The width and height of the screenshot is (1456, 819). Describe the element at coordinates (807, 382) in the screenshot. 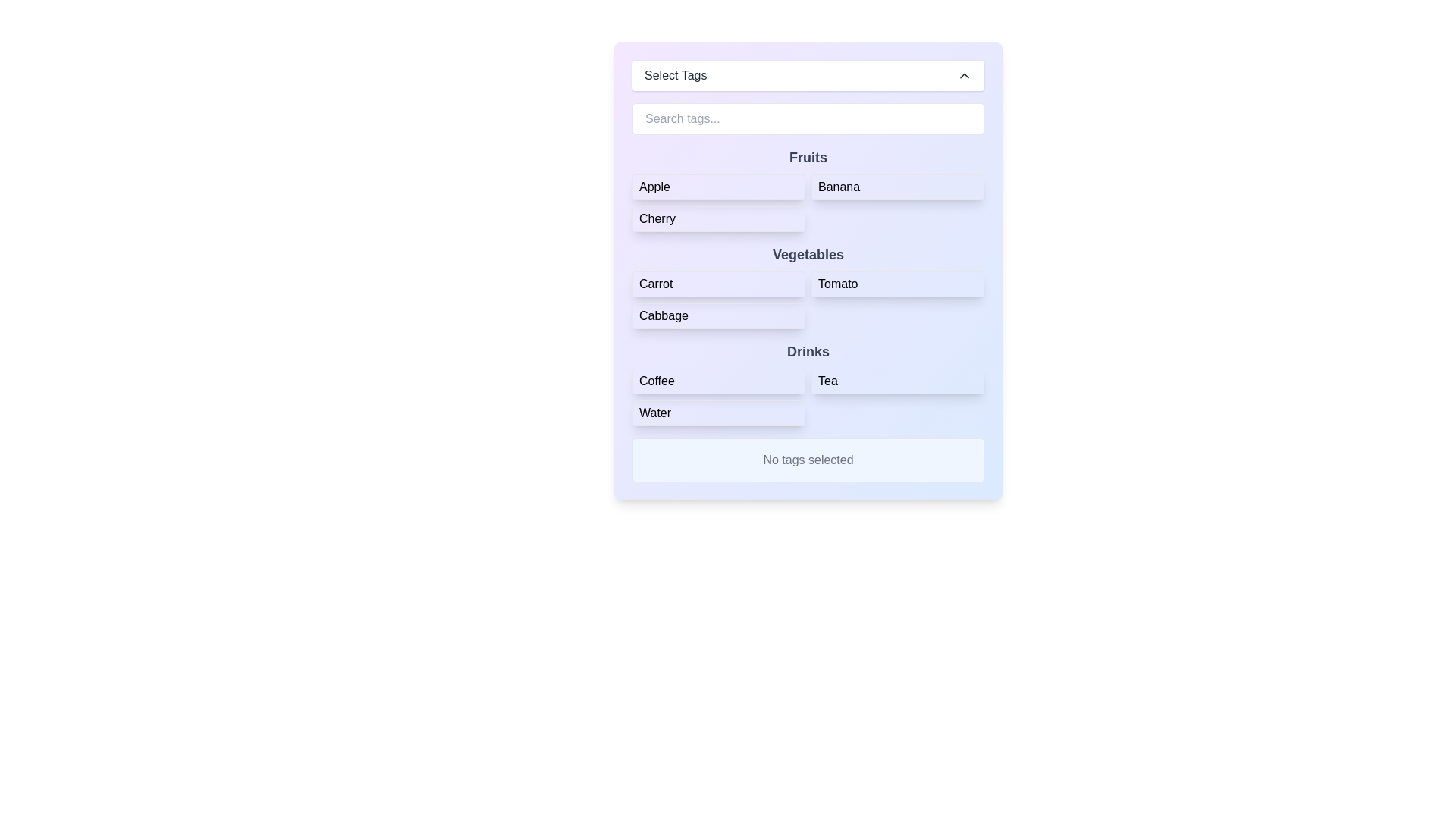

I see `the section labeled 'Drinks' which contains the interactive items Coffee, Tea, and Water` at that location.